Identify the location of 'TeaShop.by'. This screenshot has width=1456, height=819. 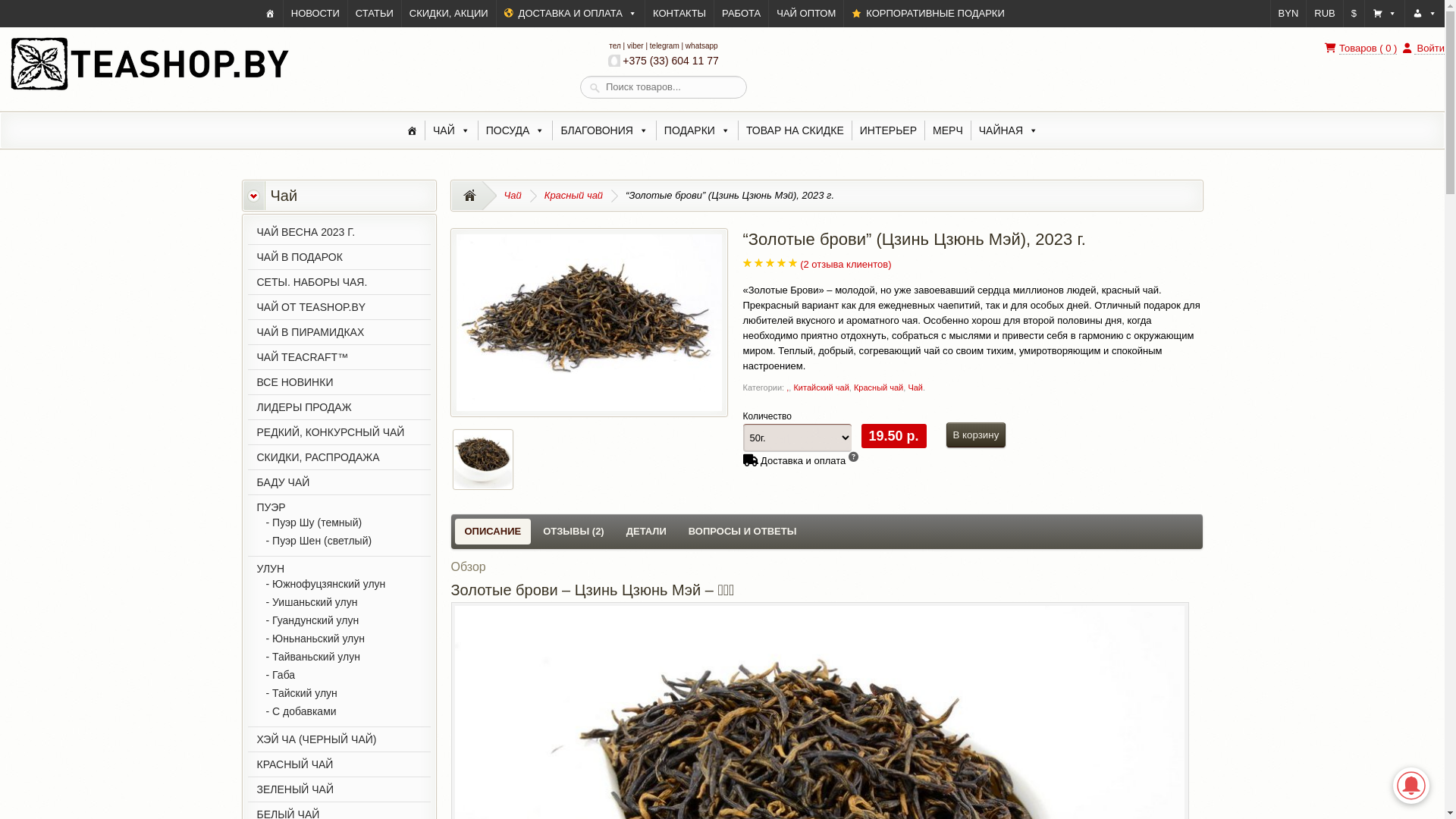
(149, 89).